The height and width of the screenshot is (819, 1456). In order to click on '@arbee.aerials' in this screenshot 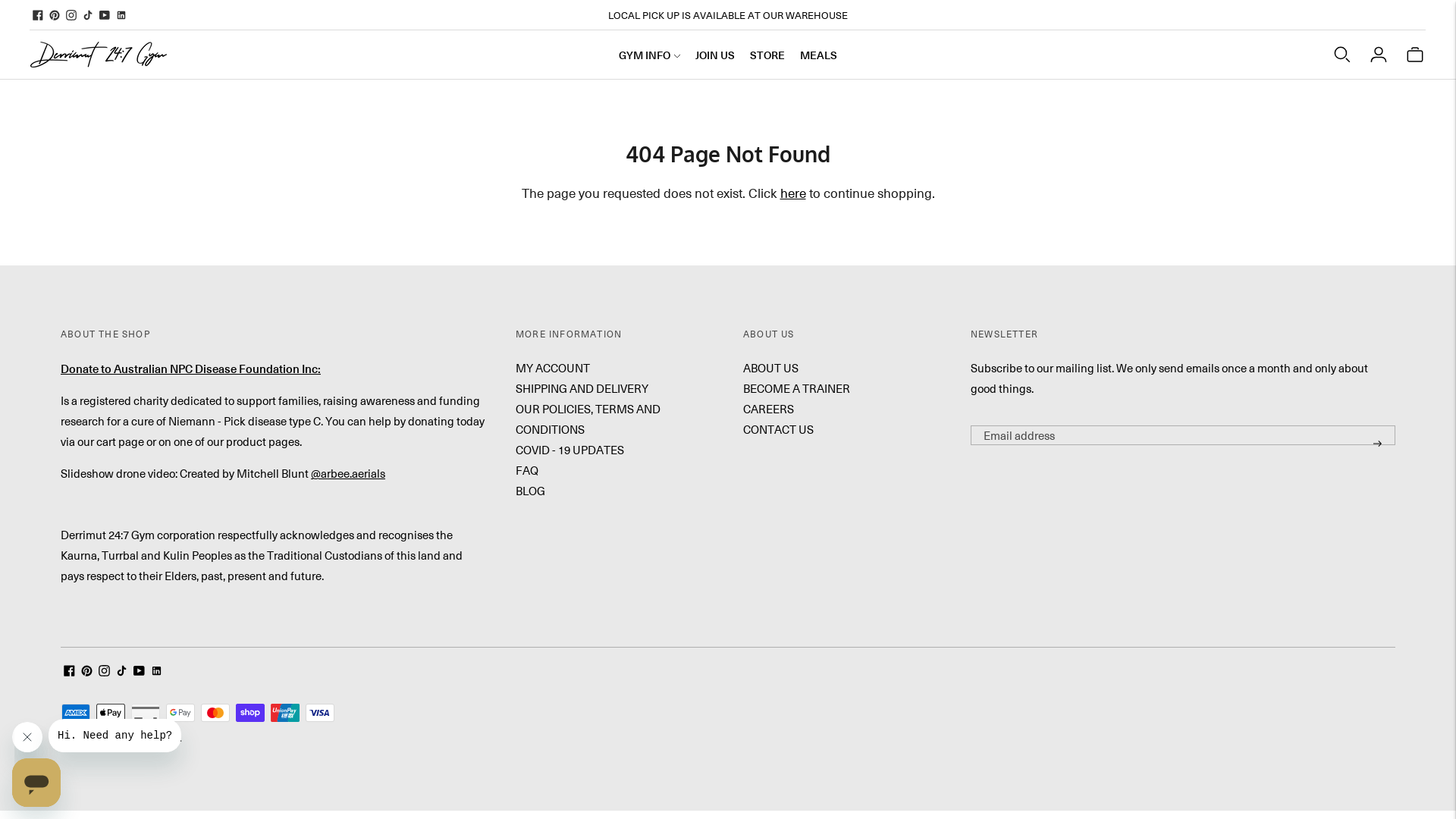, I will do `click(347, 472)`.